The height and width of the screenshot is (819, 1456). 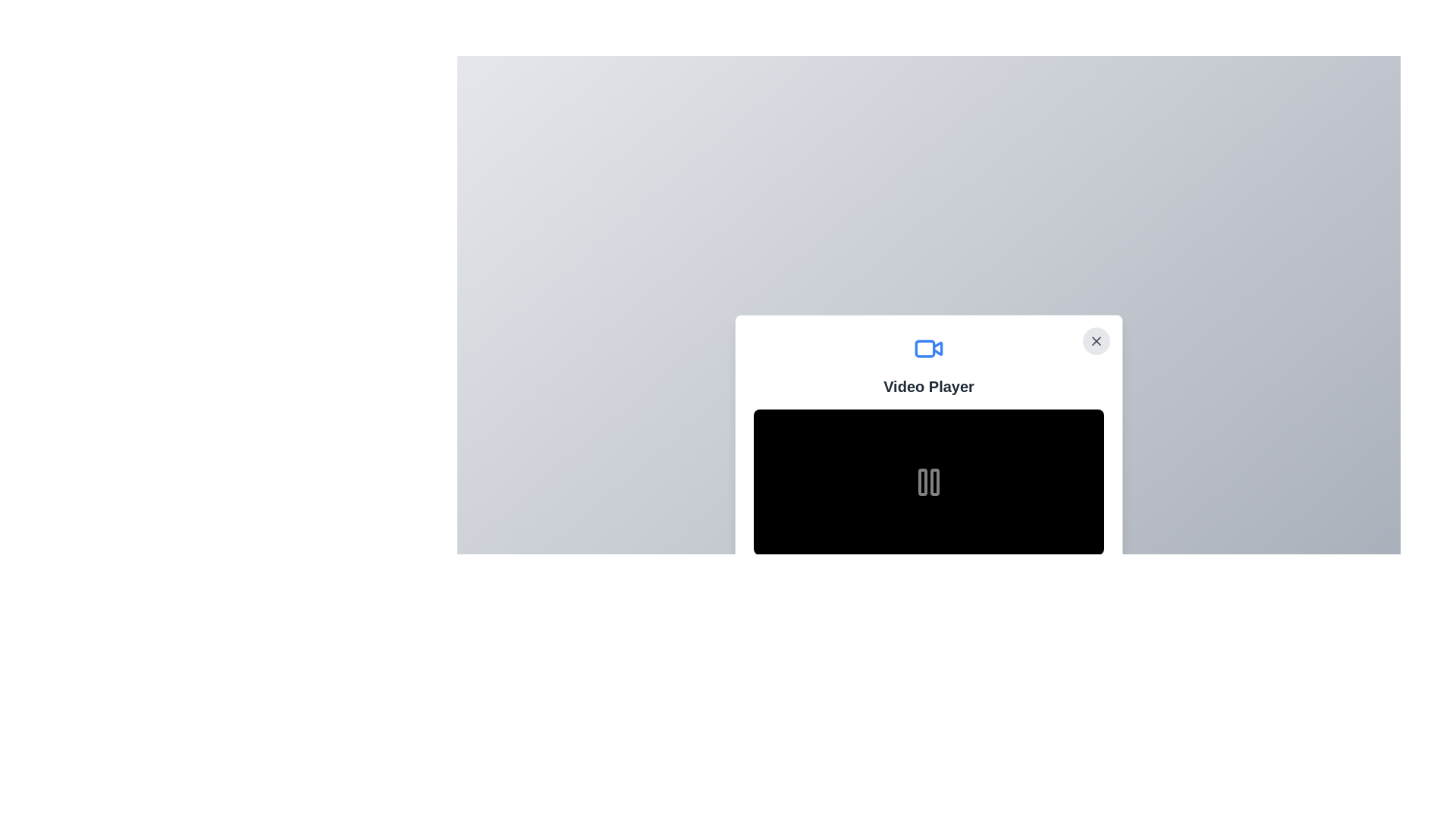 I want to click on the 'Video Player' label, which is displayed in bold, large gray font and positioned centrally below a video icon and above the video content area, so click(x=927, y=385).